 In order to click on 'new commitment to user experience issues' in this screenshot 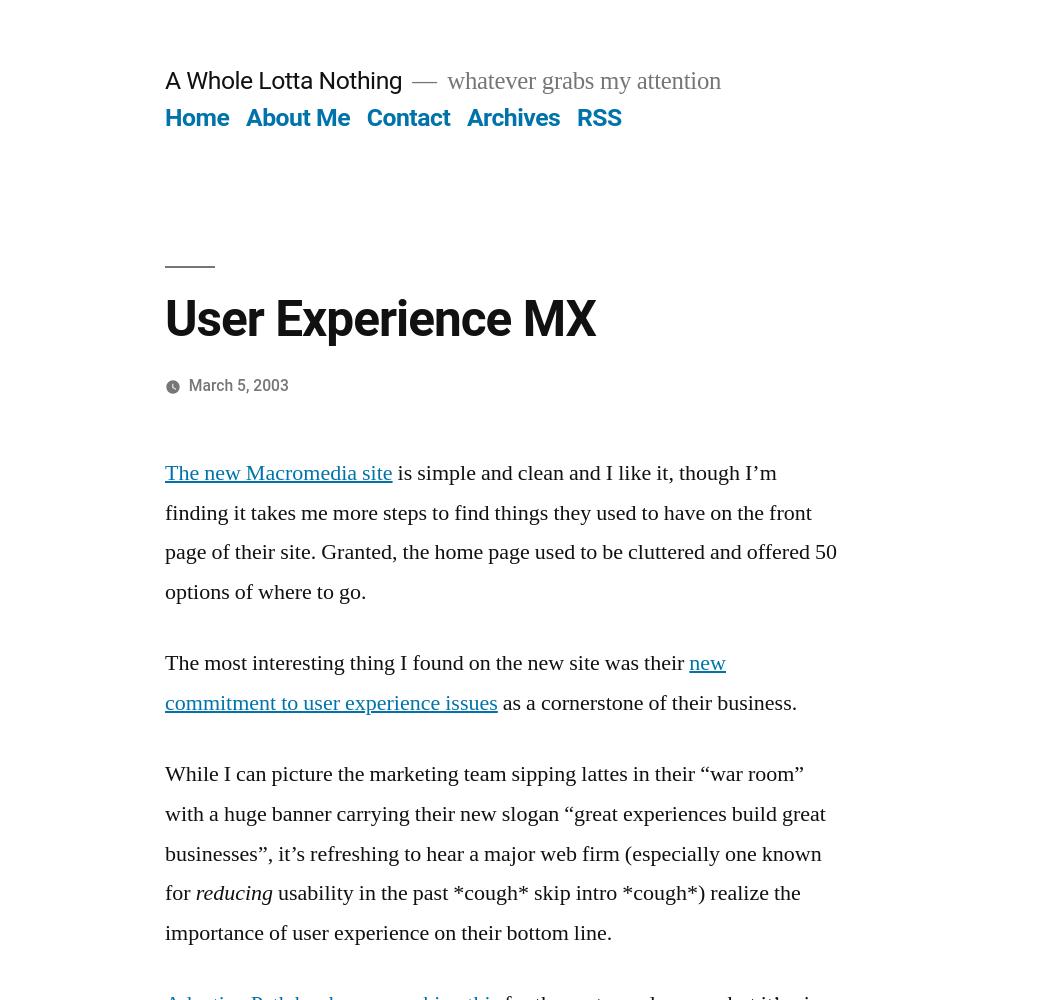, I will do `click(444, 682)`.